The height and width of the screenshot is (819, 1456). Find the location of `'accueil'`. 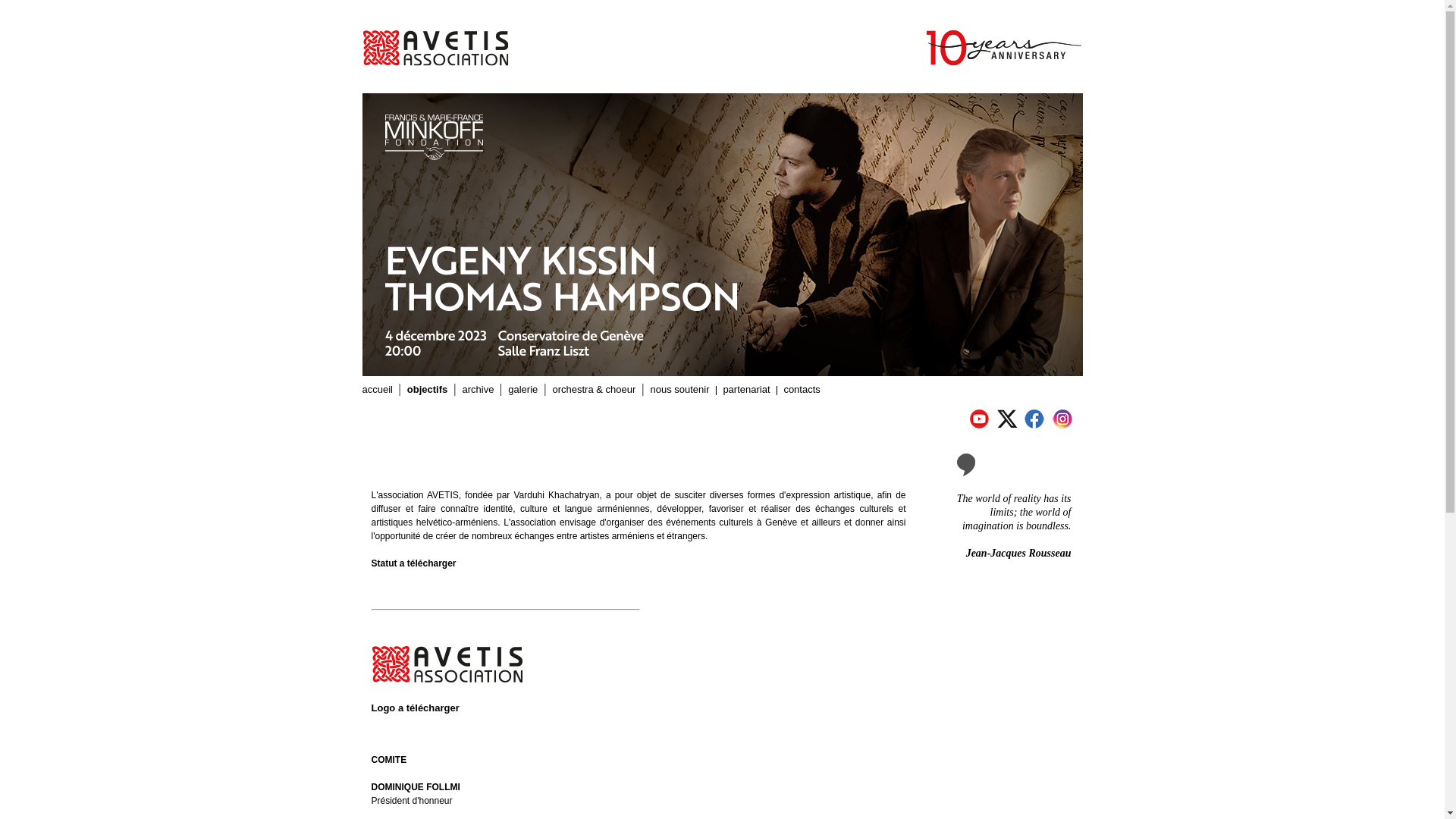

'accueil' is located at coordinates (378, 388).